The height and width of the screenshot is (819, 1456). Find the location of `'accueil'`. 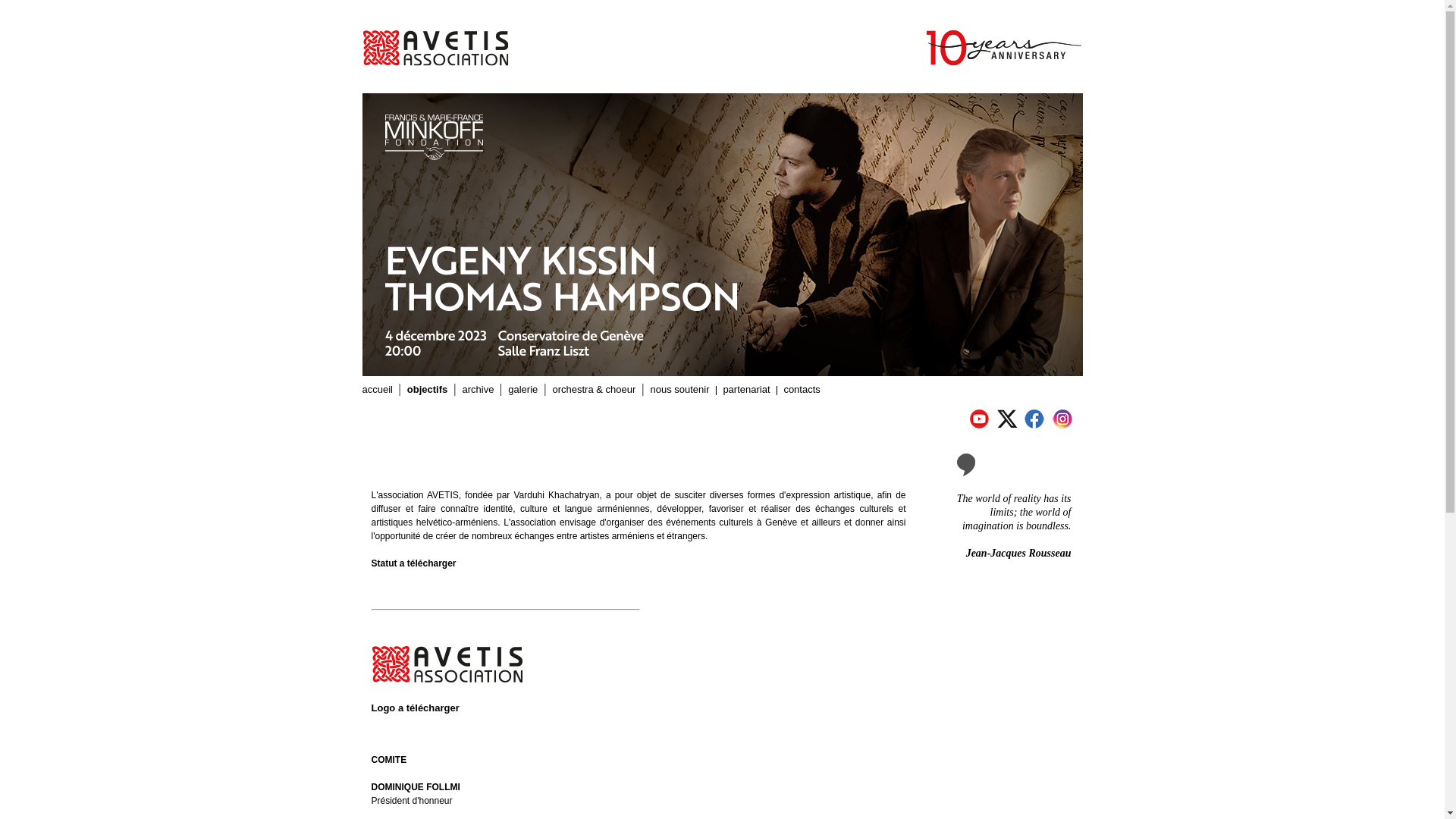

'accueil' is located at coordinates (378, 388).